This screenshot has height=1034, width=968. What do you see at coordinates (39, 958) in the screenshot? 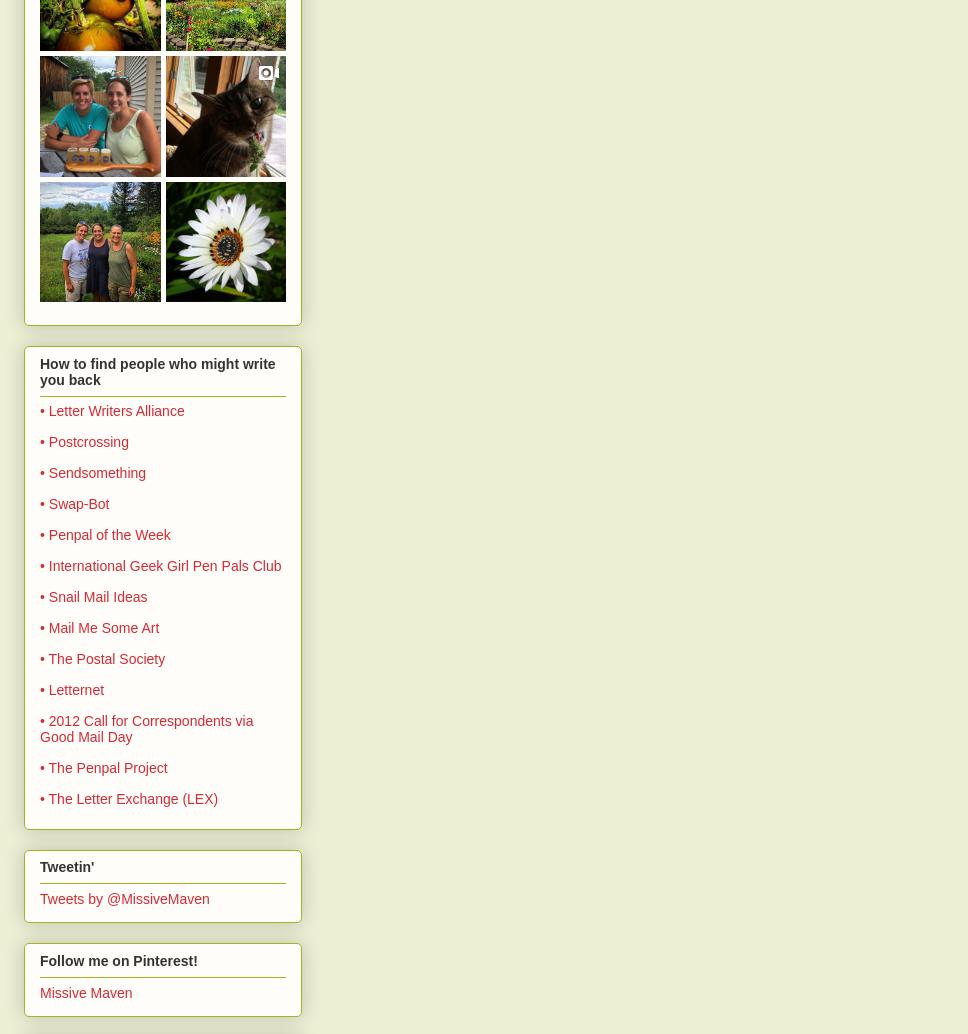
I see `'Follow me on Pinterest!'` at bounding box center [39, 958].